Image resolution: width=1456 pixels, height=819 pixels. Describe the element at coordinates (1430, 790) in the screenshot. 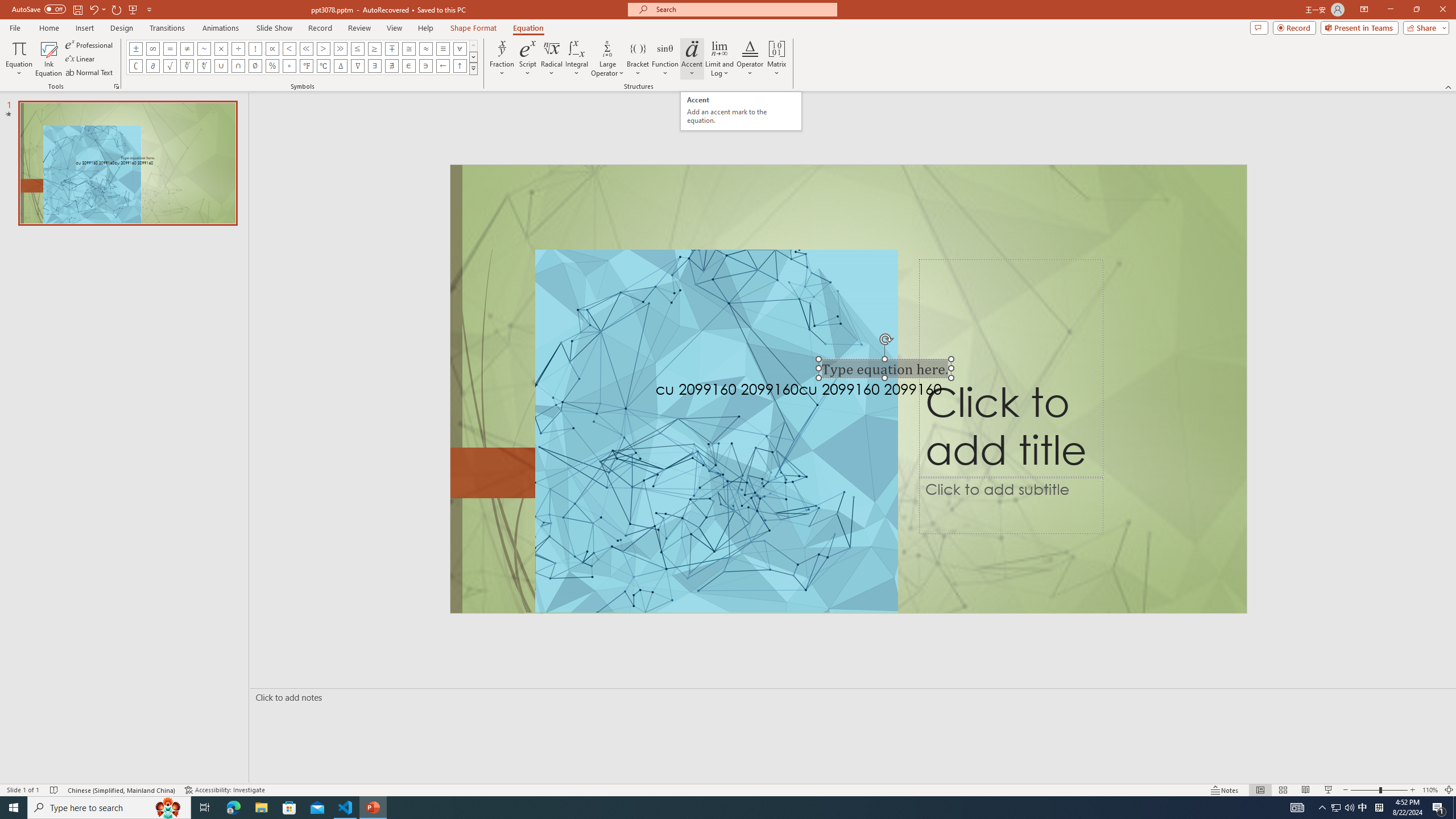

I see `'Zoom 110%'` at that location.